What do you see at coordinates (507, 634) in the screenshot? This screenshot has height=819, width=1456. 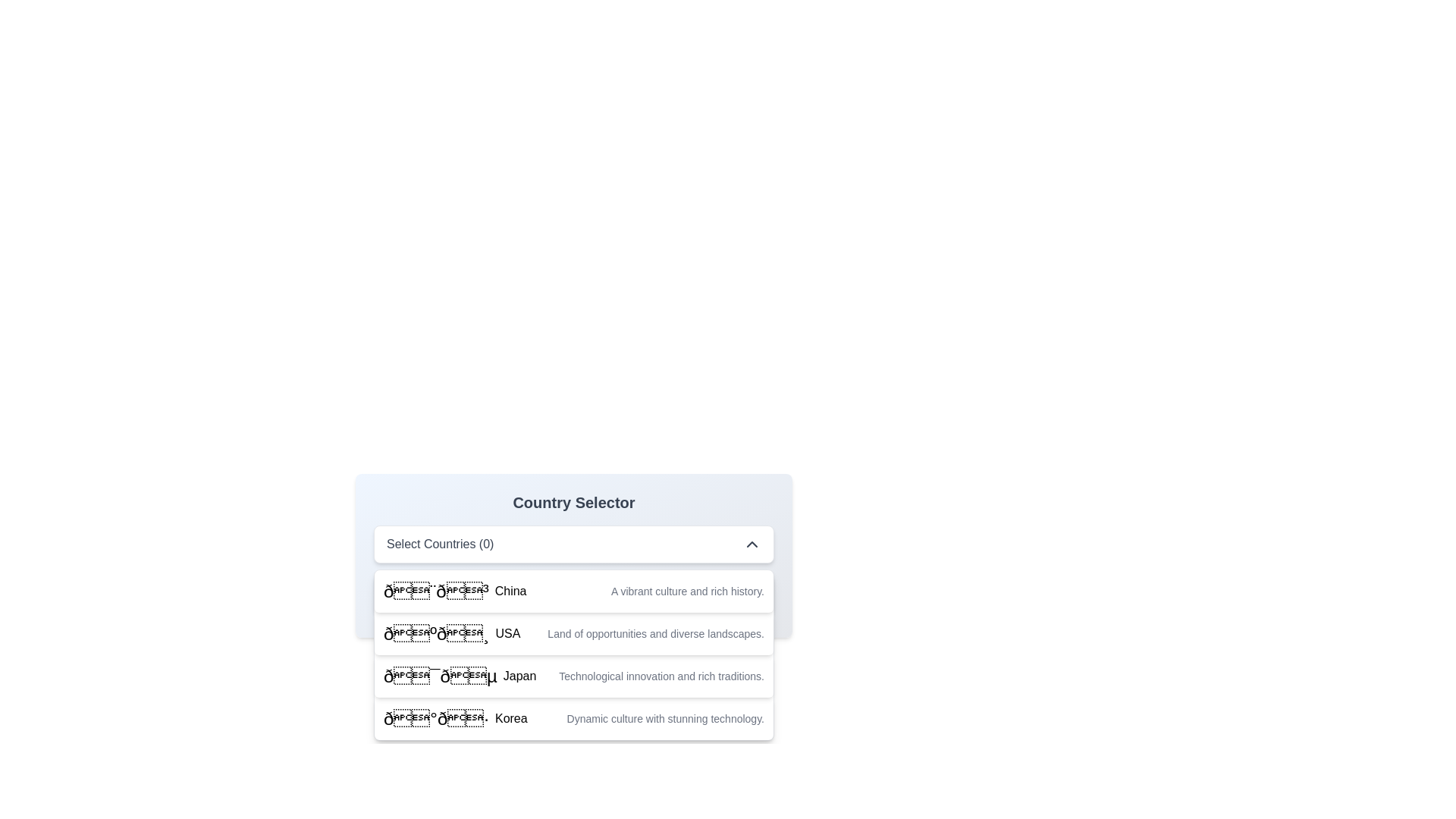 I see `the static text label displaying 'USA' in the country selection dropdown menu` at bounding box center [507, 634].